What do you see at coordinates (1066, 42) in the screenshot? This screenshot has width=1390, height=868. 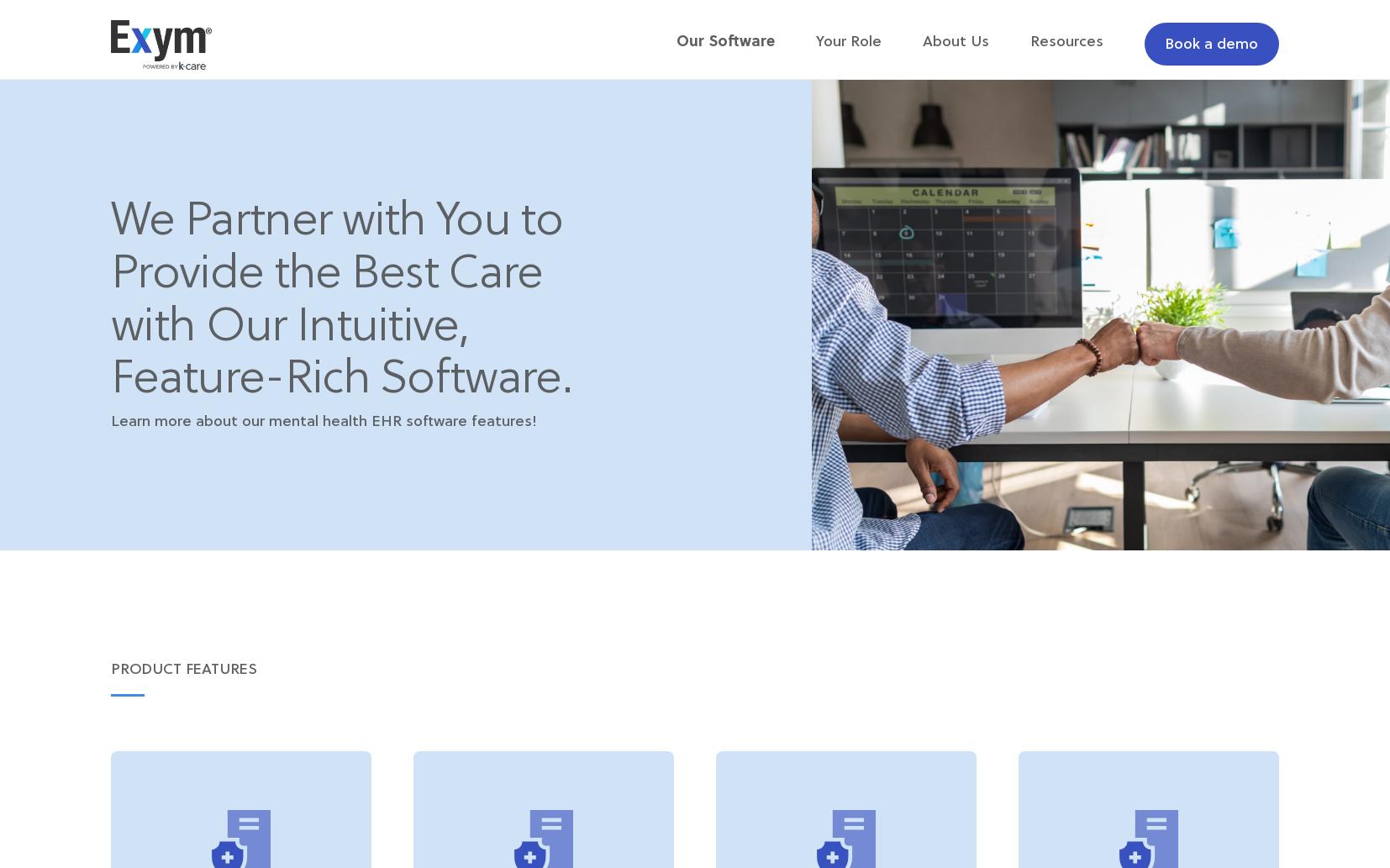 I see `'Resources'` at bounding box center [1066, 42].